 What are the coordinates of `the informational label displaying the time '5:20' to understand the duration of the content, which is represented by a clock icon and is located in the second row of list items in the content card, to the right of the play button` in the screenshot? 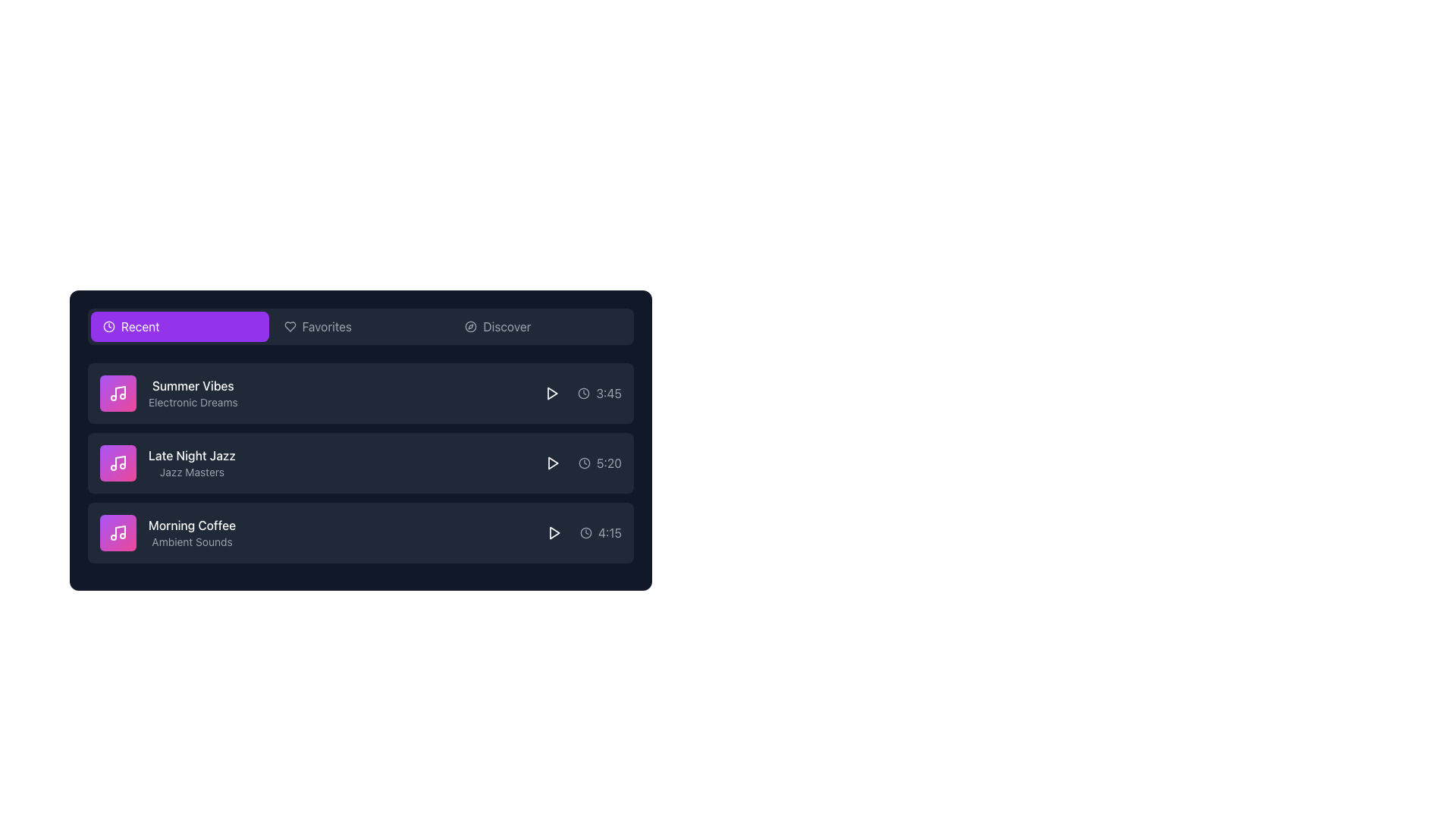 It's located at (599, 462).